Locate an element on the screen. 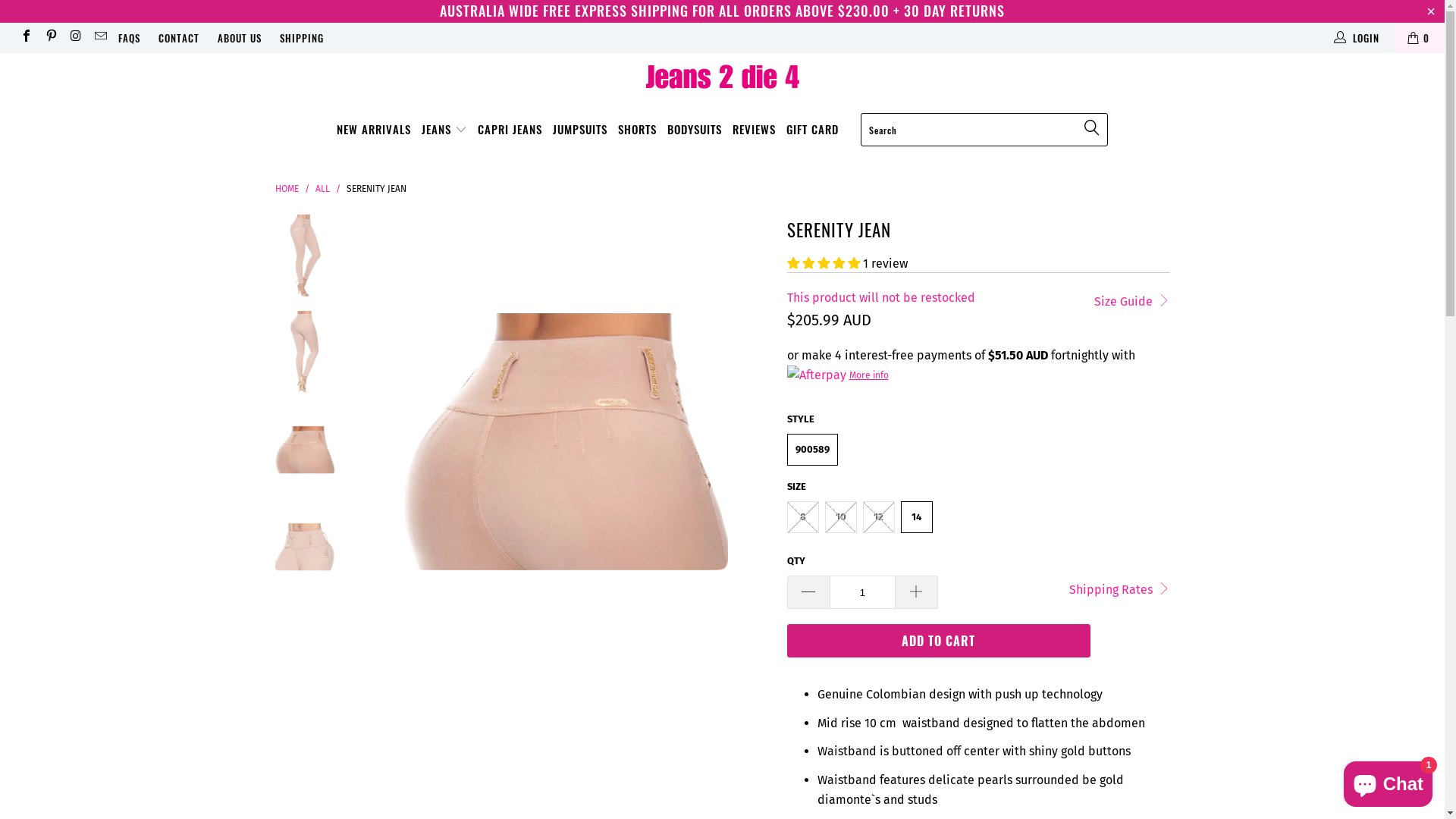  'JEANS' is located at coordinates (443, 128).